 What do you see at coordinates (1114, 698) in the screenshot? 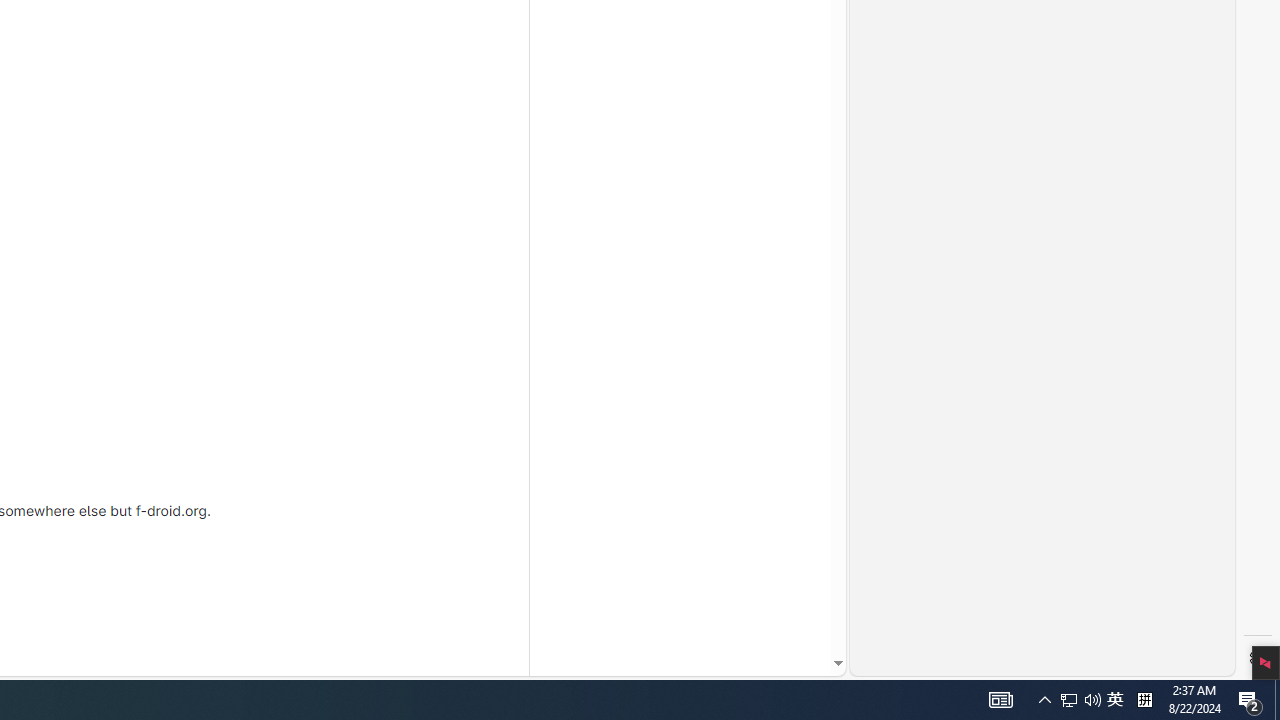
I see `'Q2790: 100%'` at bounding box center [1114, 698].